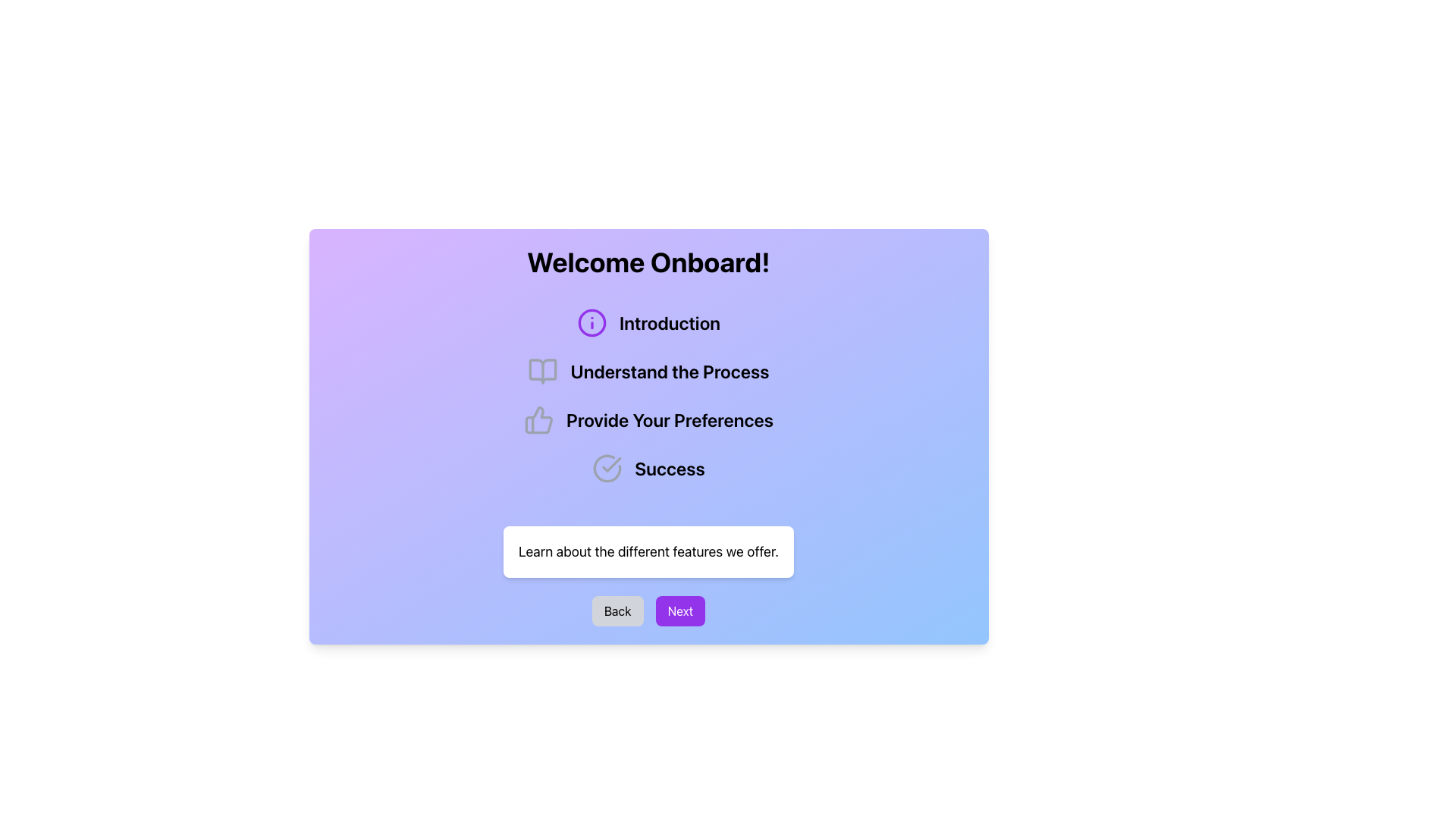 This screenshot has height=819, width=1456. What do you see at coordinates (648, 420) in the screenshot?
I see `the Step Label with Icon that displays the text 'Provide Your Preferences', which is the third item in the vertical list` at bounding box center [648, 420].